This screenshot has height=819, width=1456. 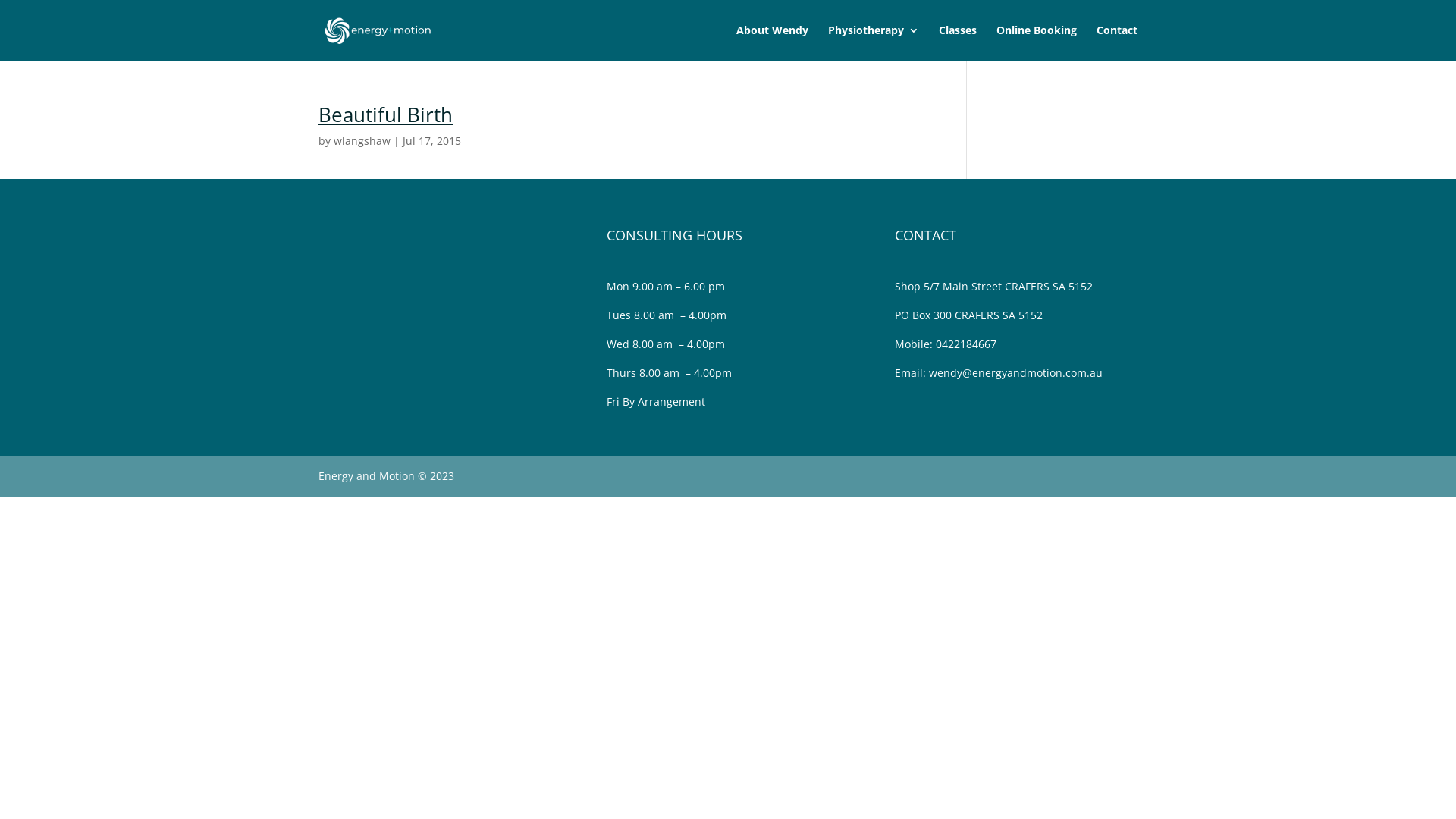 What do you see at coordinates (385, 113) in the screenshot?
I see `'Beautiful Birth'` at bounding box center [385, 113].